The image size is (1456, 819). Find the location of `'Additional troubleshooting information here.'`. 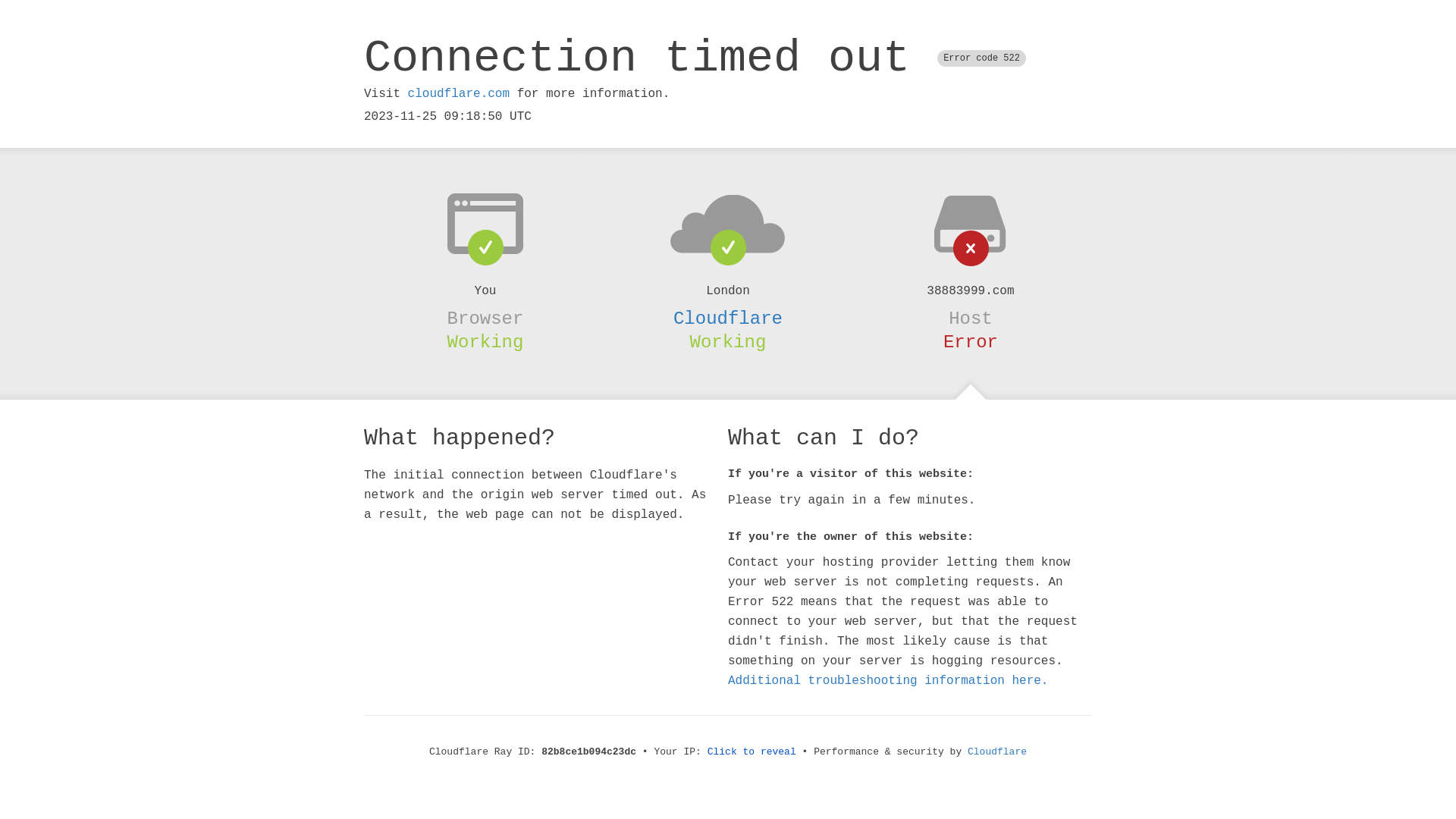

'Additional troubleshooting information here.' is located at coordinates (888, 680).